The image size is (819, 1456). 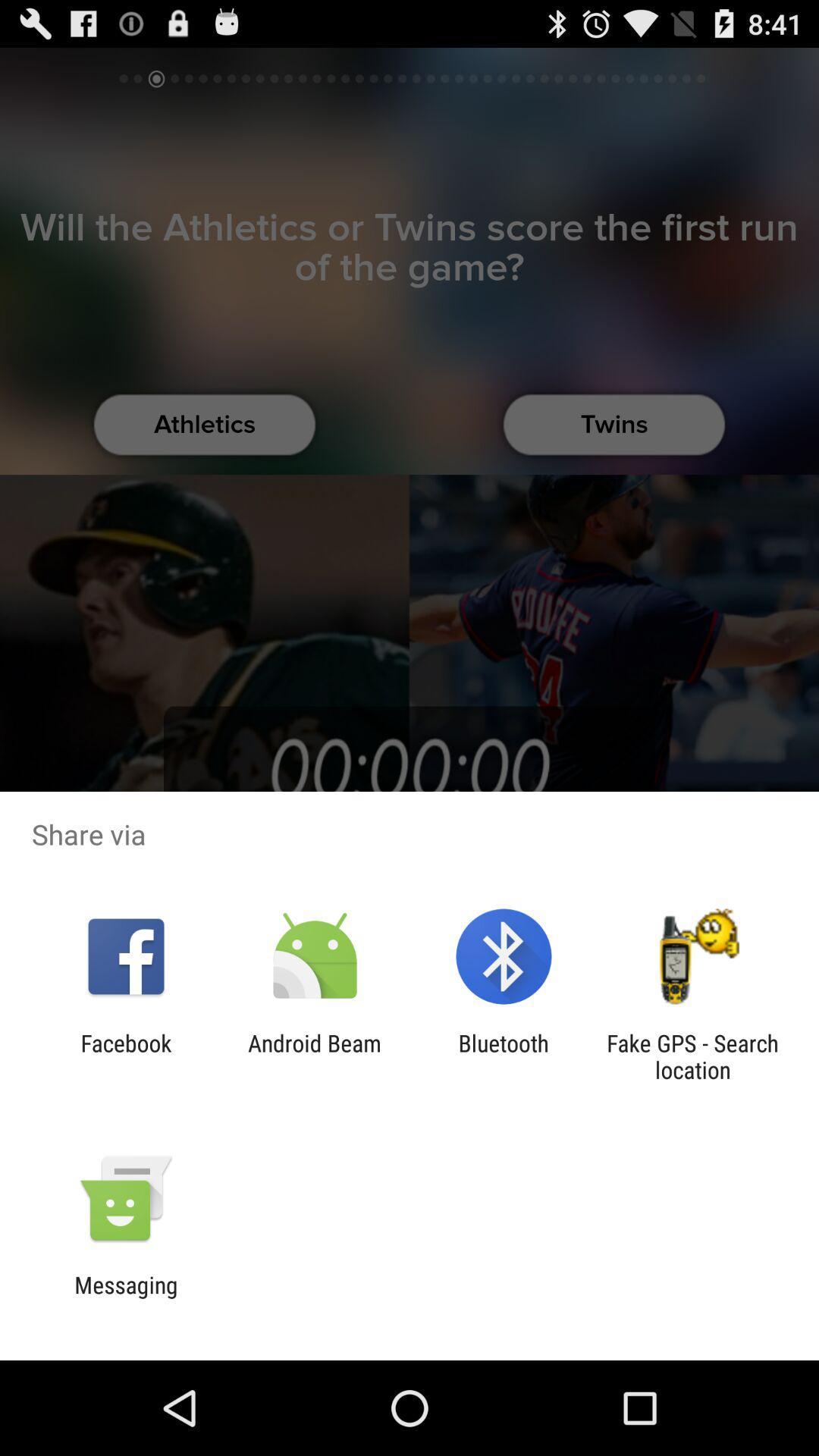 I want to click on messaging, so click(x=125, y=1298).